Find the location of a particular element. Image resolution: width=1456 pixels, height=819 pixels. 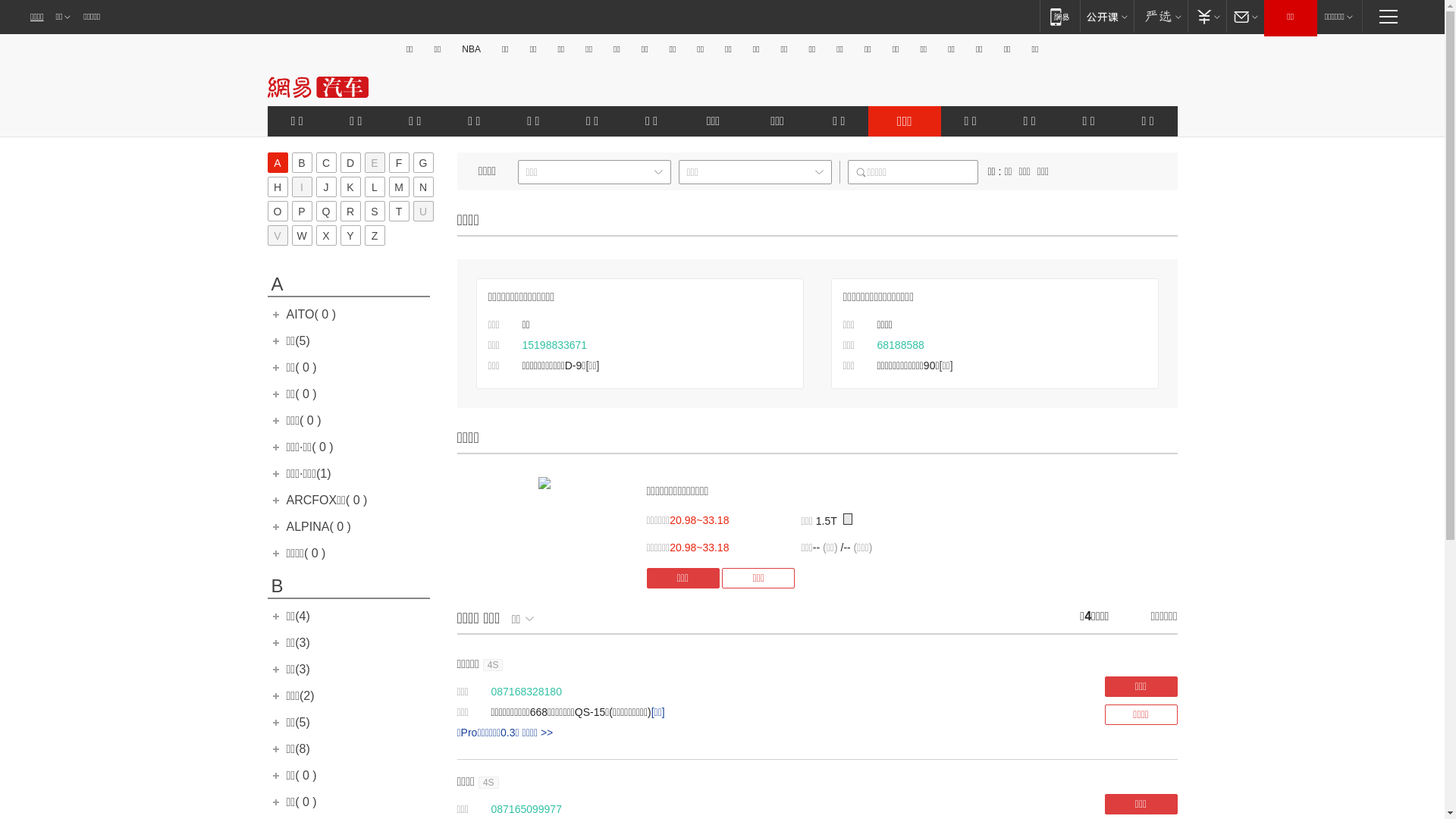

'F' is located at coordinates (388, 162).